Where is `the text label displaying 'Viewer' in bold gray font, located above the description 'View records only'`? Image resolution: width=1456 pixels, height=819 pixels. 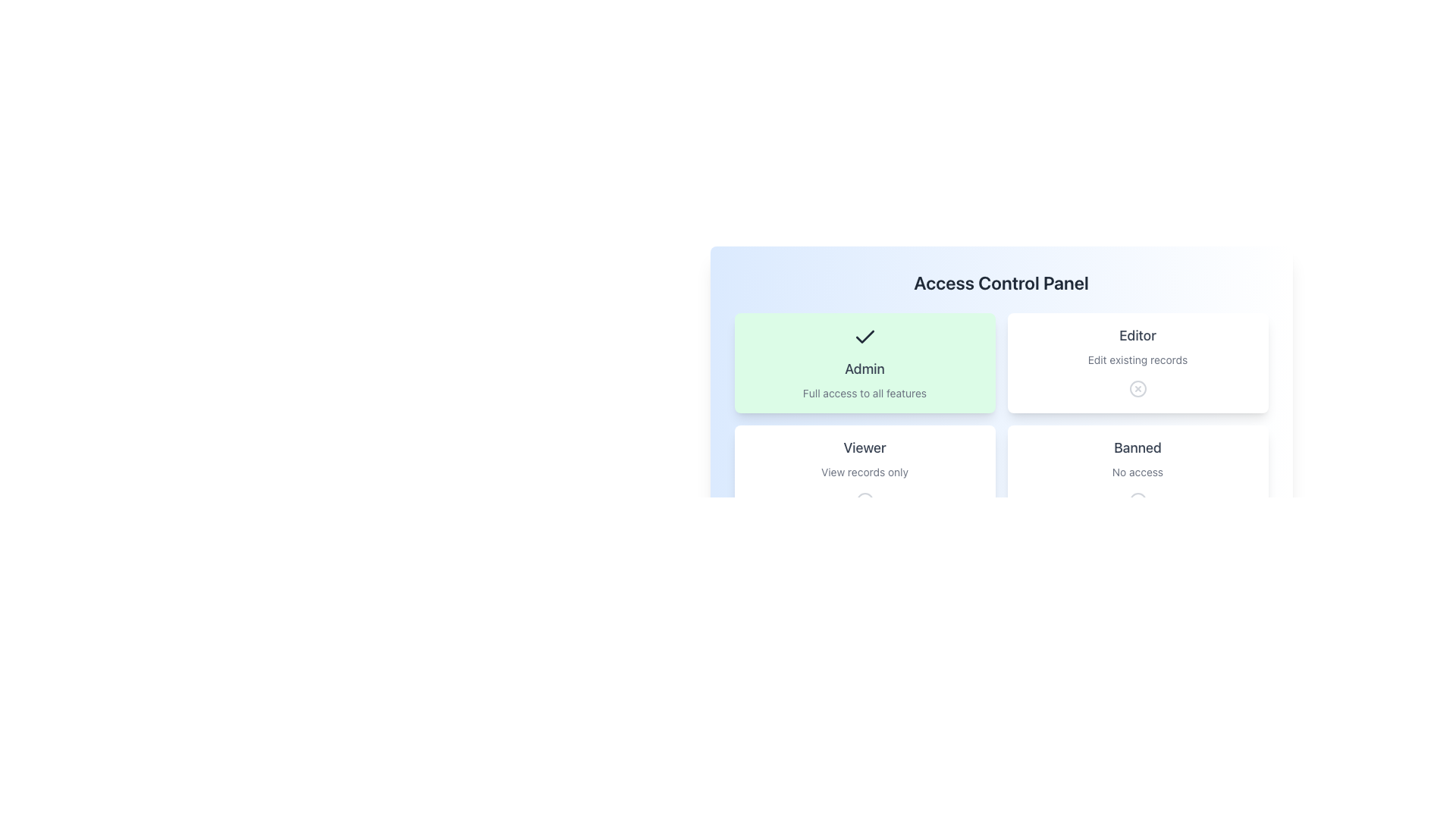 the text label displaying 'Viewer' in bold gray font, located above the description 'View records only' is located at coordinates (864, 447).